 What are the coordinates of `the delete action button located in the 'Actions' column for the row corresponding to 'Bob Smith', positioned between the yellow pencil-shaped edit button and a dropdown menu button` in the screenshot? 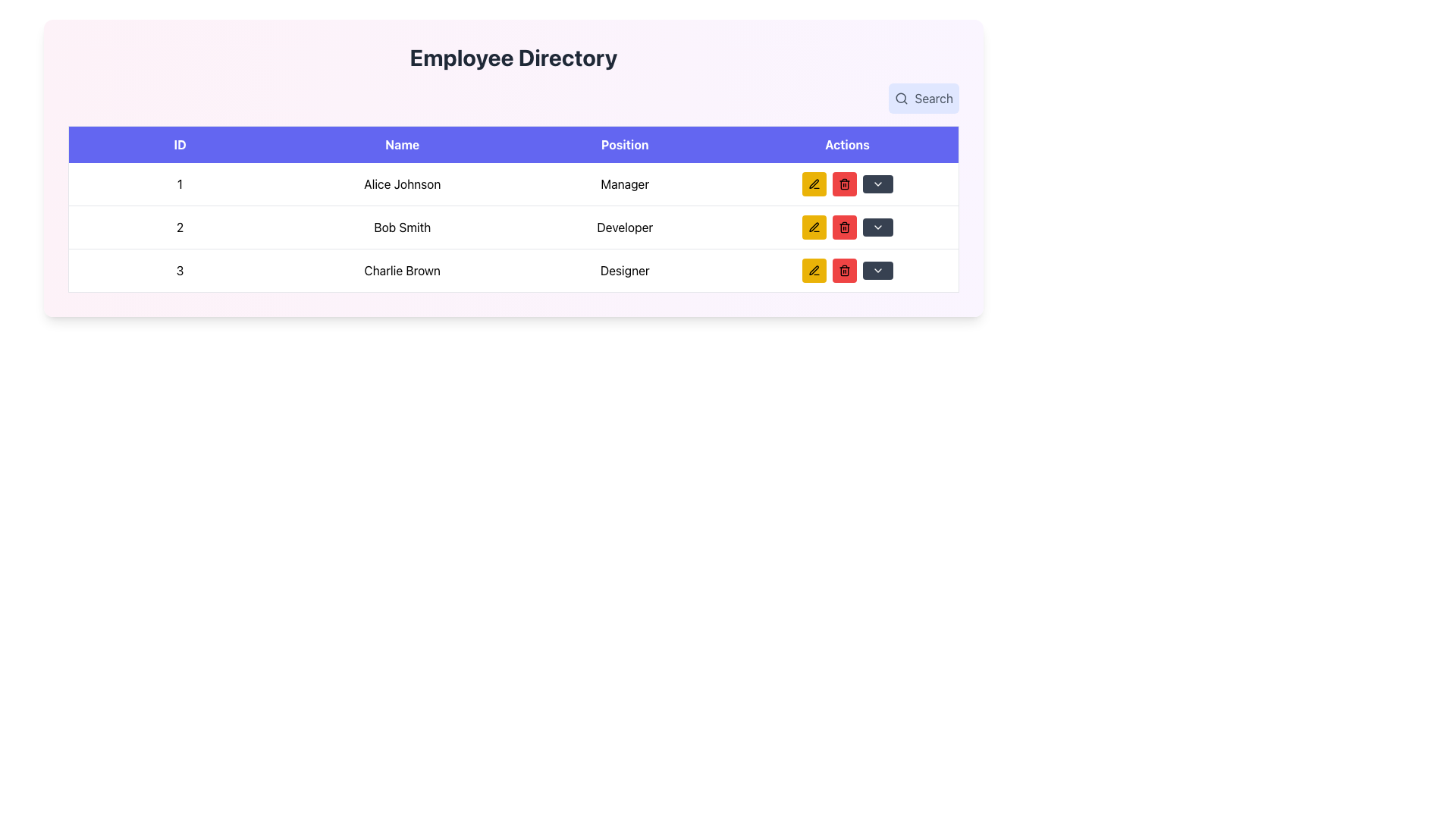 It's located at (843, 227).